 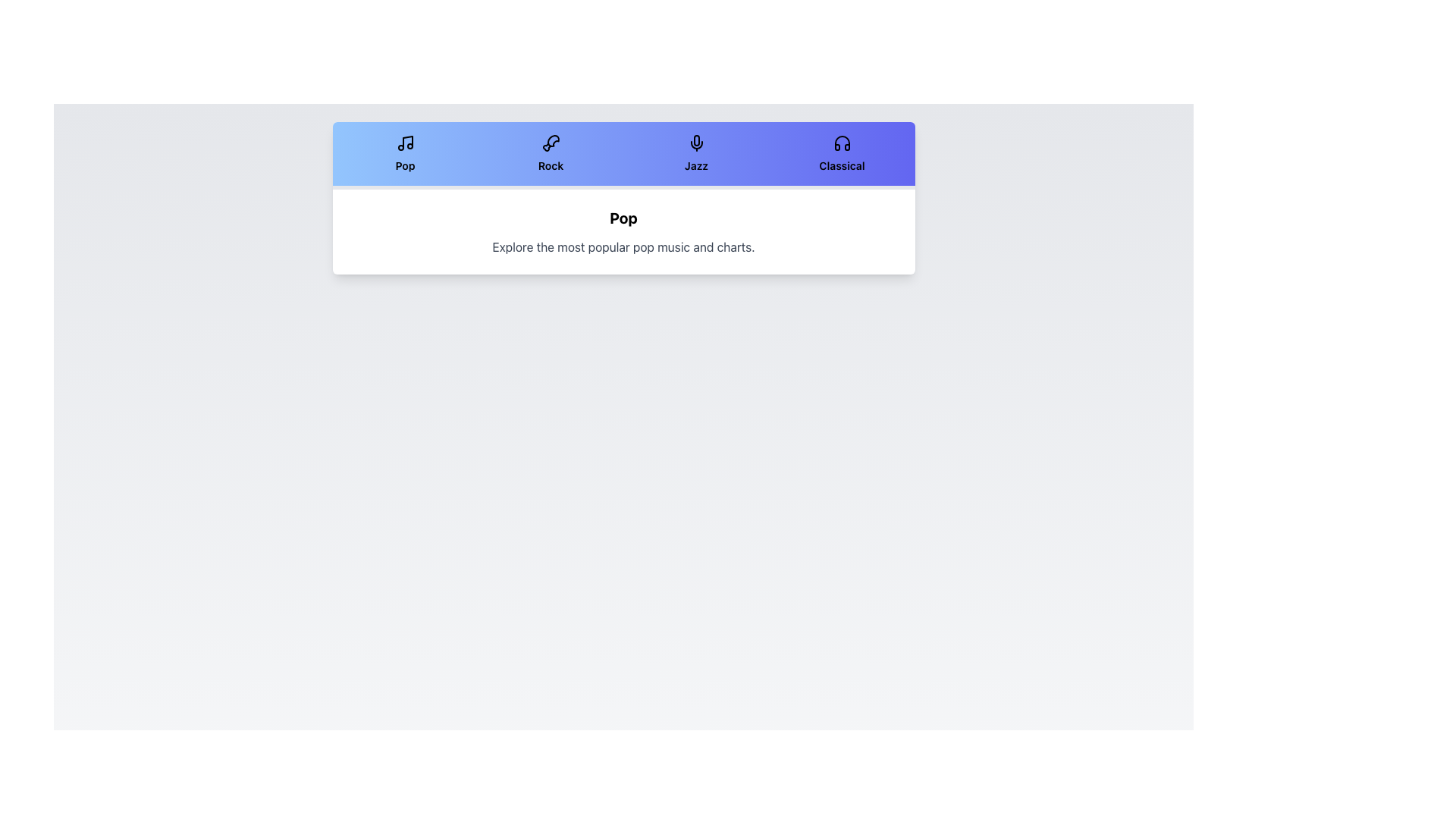 What do you see at coordinates (841, 143) in the screenshot?
I see `the 'Classical' icon in the navigation menu, which is the fourth icon from the left, representing classical music content` at bounding box center [841, 143].